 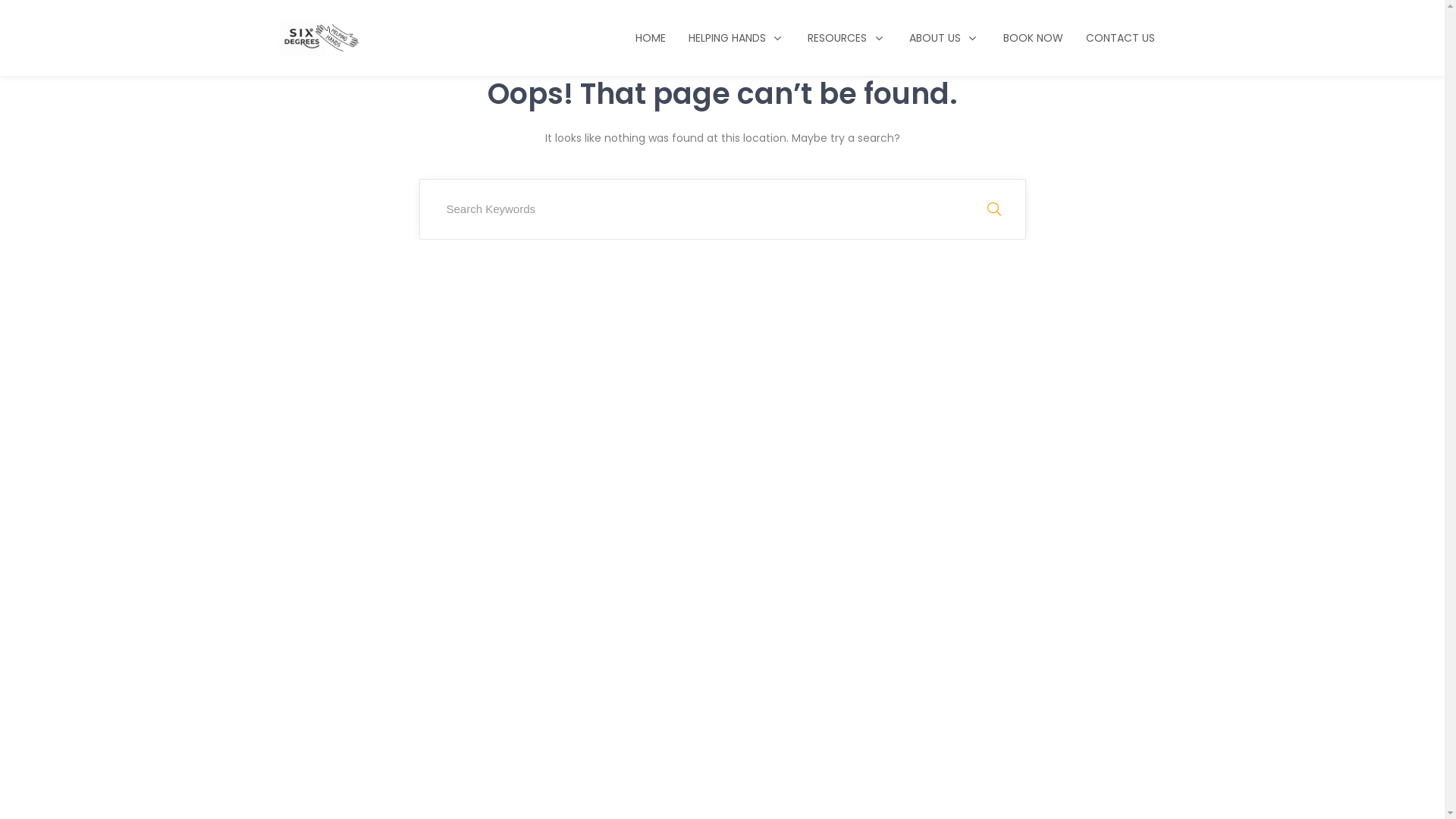 What do you see at coordinates (993, 209) in the screenshot?
I see `'SEARCH'` at bounding box center [993, 209].